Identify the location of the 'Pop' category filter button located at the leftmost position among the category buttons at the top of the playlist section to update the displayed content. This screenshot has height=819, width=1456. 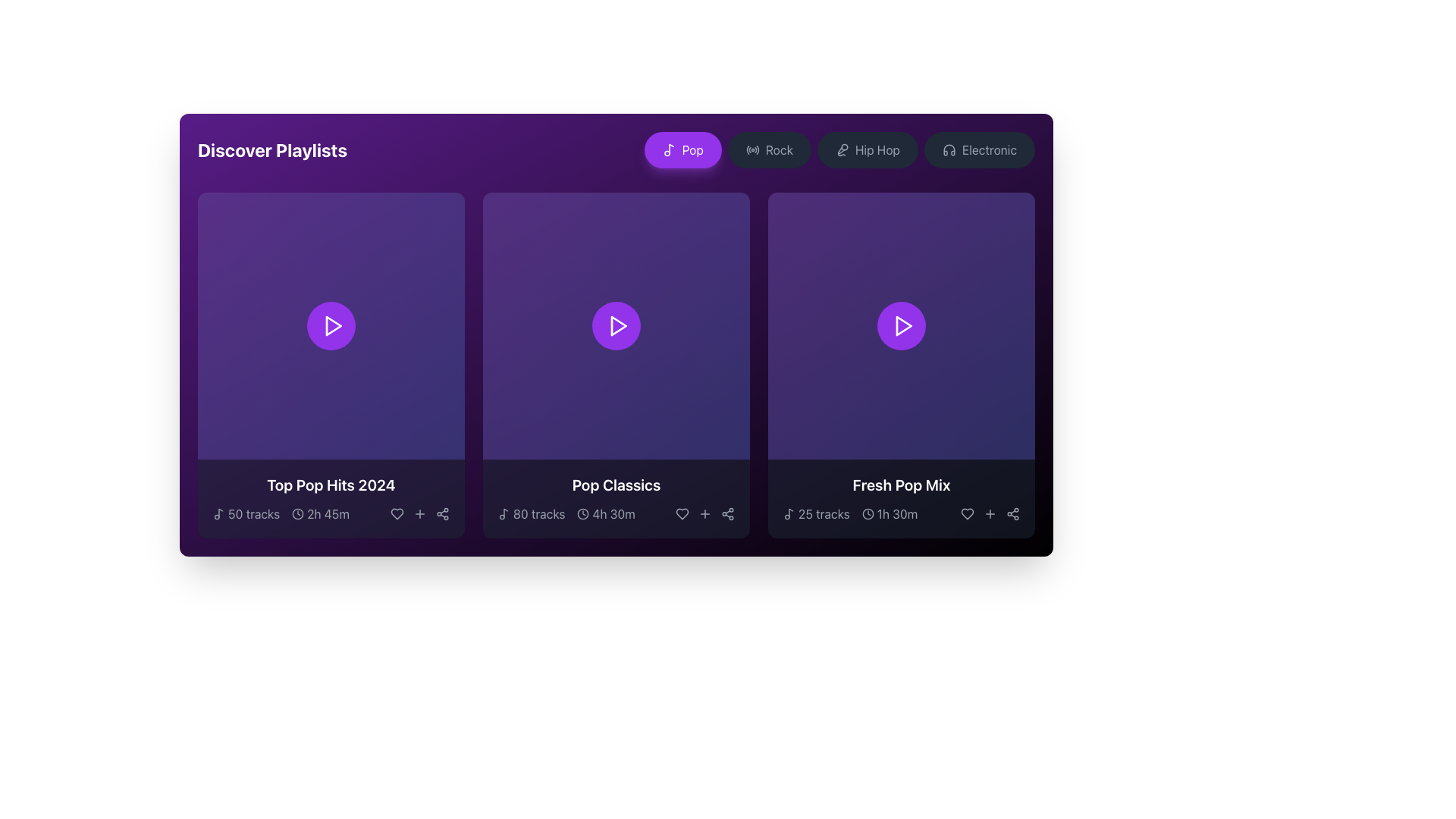
(682, 149).